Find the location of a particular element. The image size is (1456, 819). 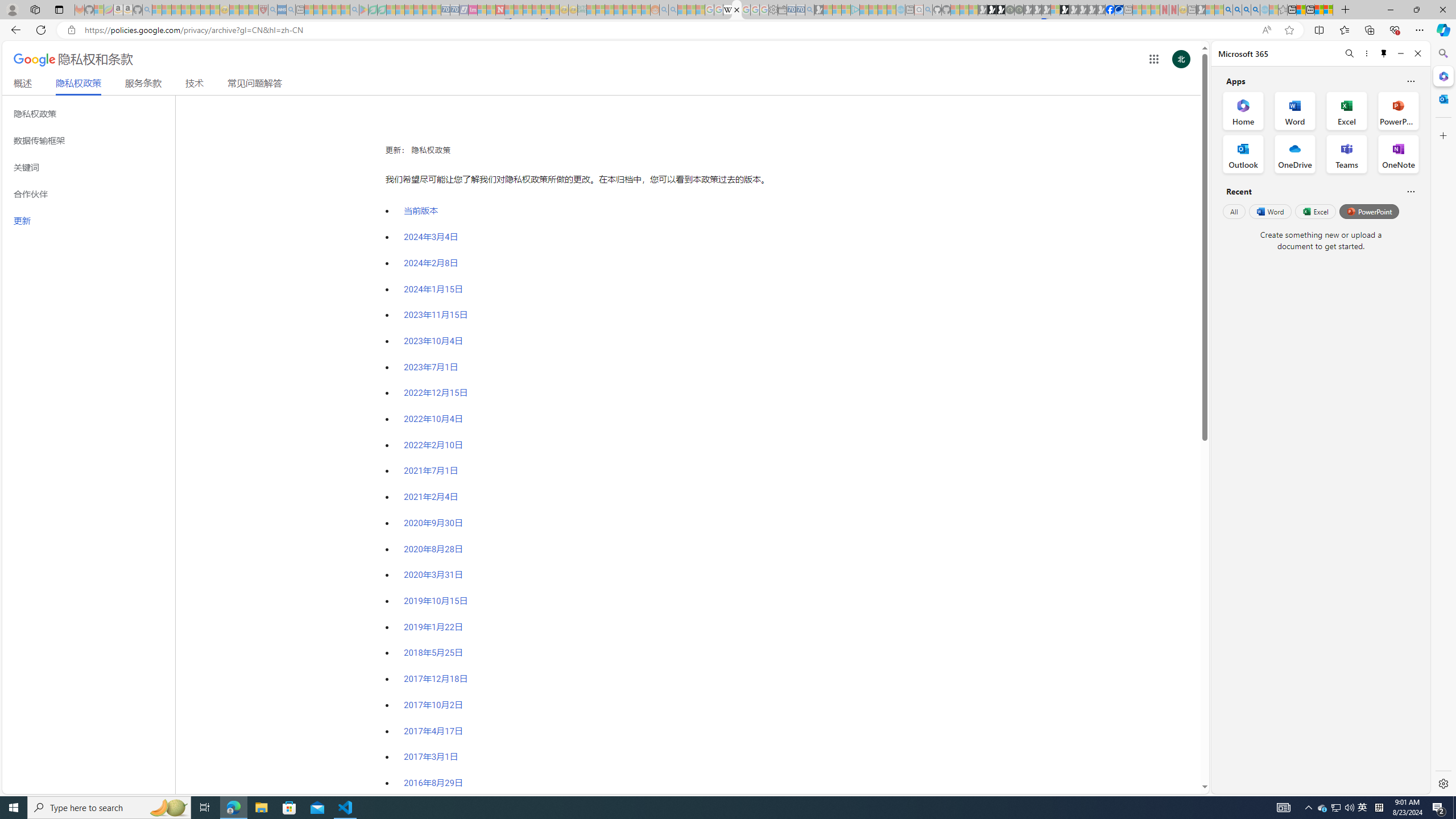

'Future Focus Report 2024 - Sleeping' is located at coordinates (1017, 9).